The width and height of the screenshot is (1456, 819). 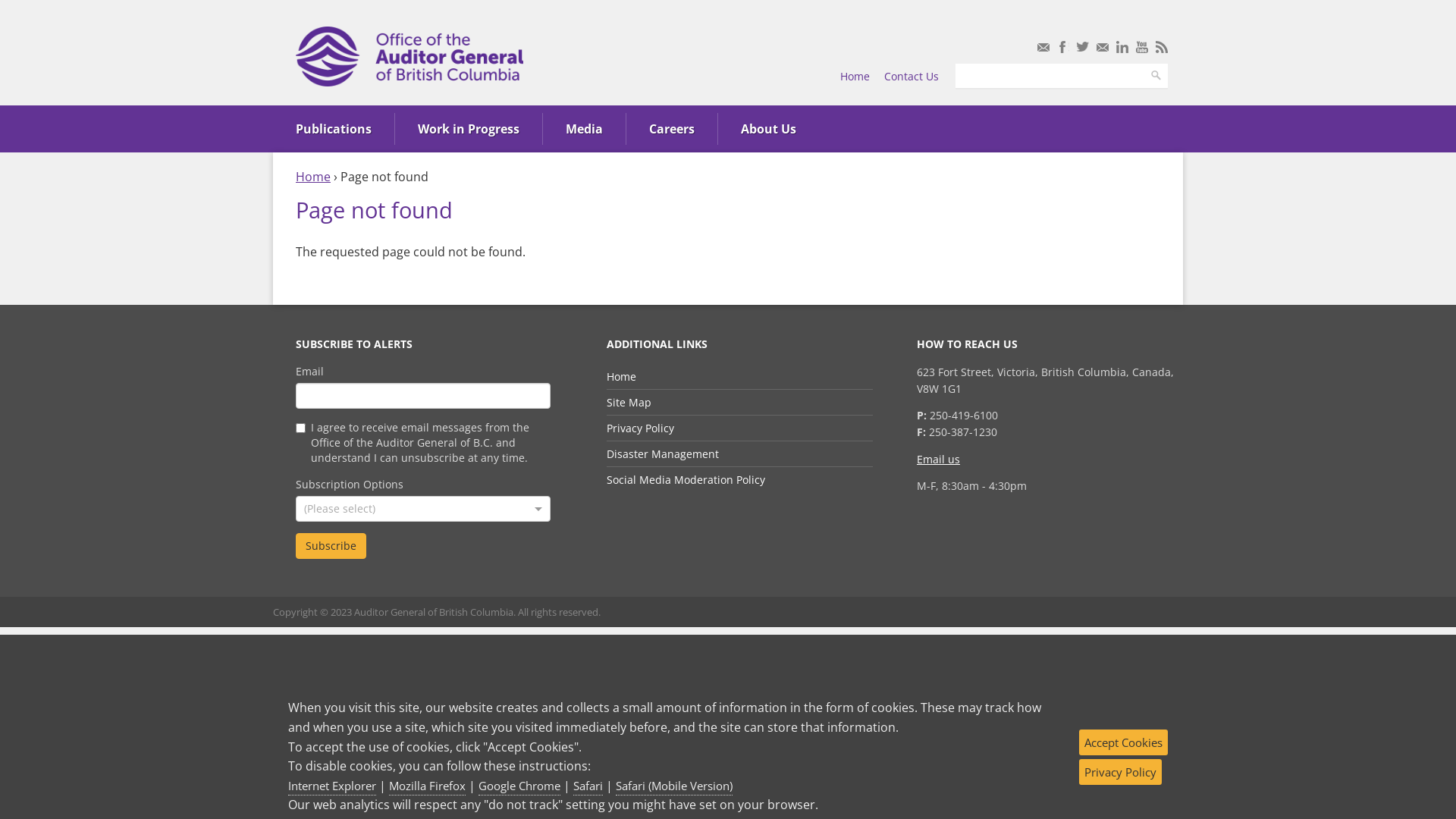 I want to click on 'Publications', so click(x=333, y=127).